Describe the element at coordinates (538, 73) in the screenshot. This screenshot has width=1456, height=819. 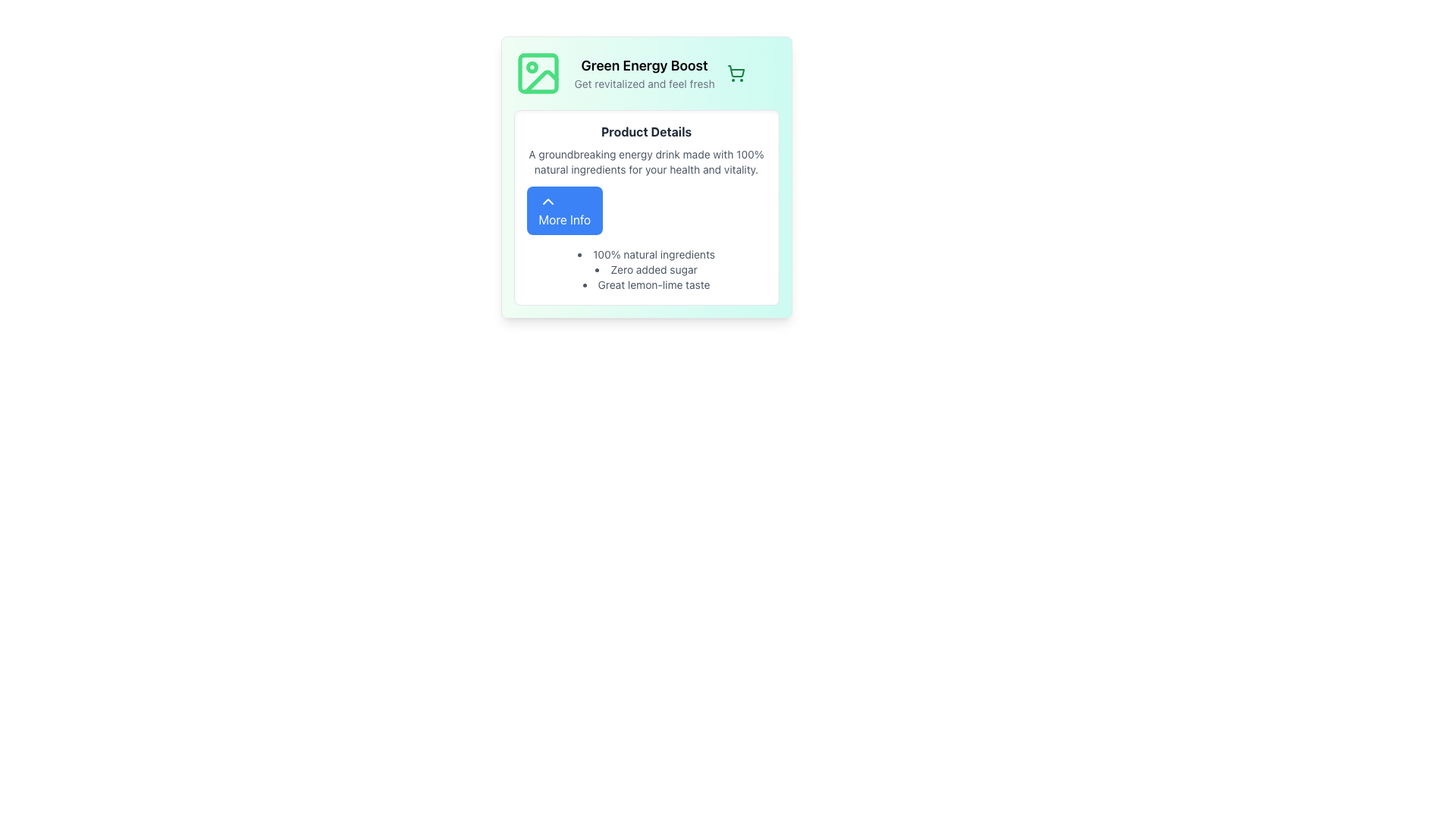
I see `the small rectangular shape with rounded corners that is part of the green-bordered icon located in the top-left section of the card layout` at that location.